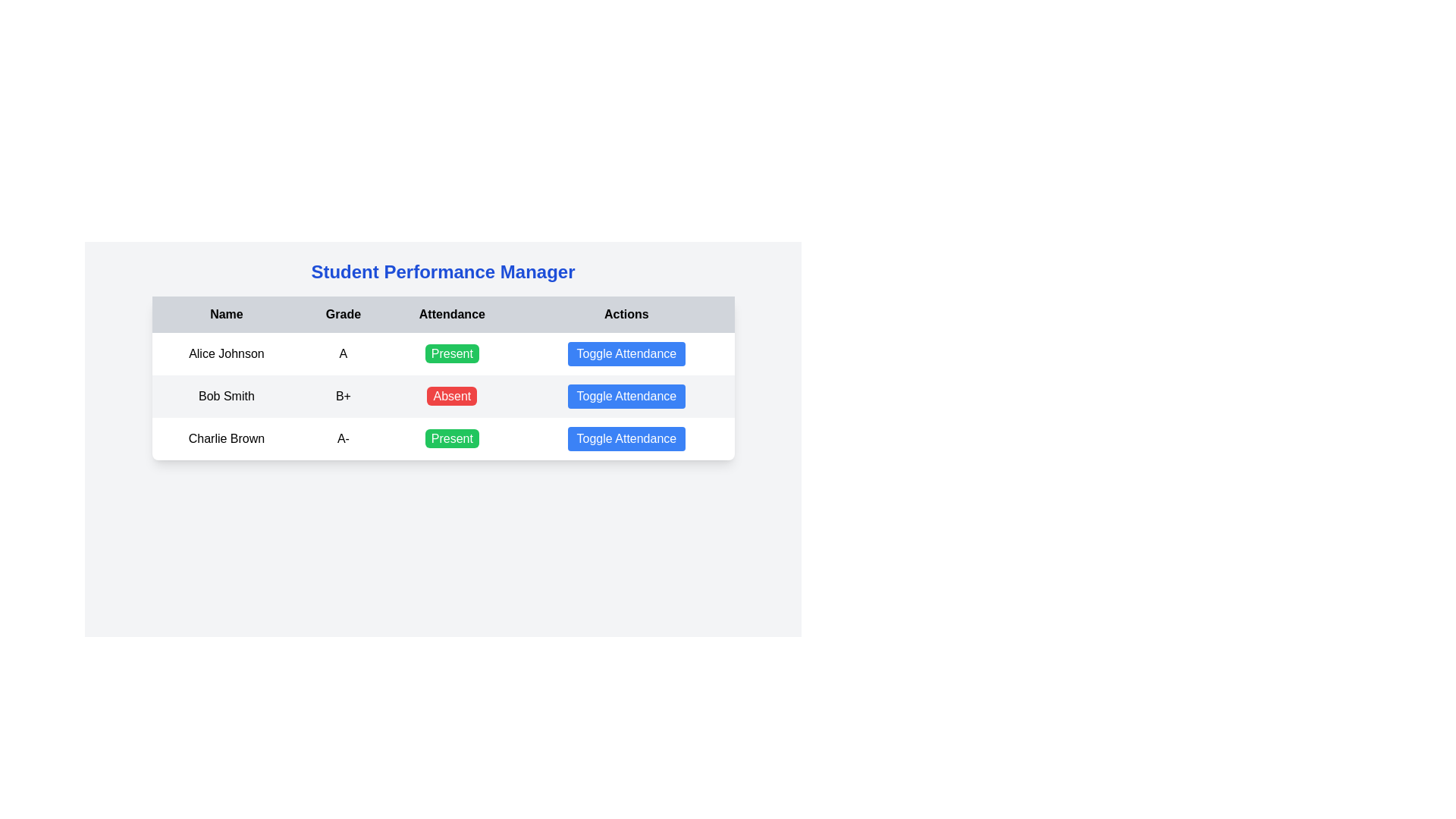 Image resolution: width=1456 pixels, height=819 pixels. I want to click on the static text label with the green background and the word 'Present' located in the 'Attendance' column of the third row of the table, adjacent to 'Charlie Brown', so click(451, 438).